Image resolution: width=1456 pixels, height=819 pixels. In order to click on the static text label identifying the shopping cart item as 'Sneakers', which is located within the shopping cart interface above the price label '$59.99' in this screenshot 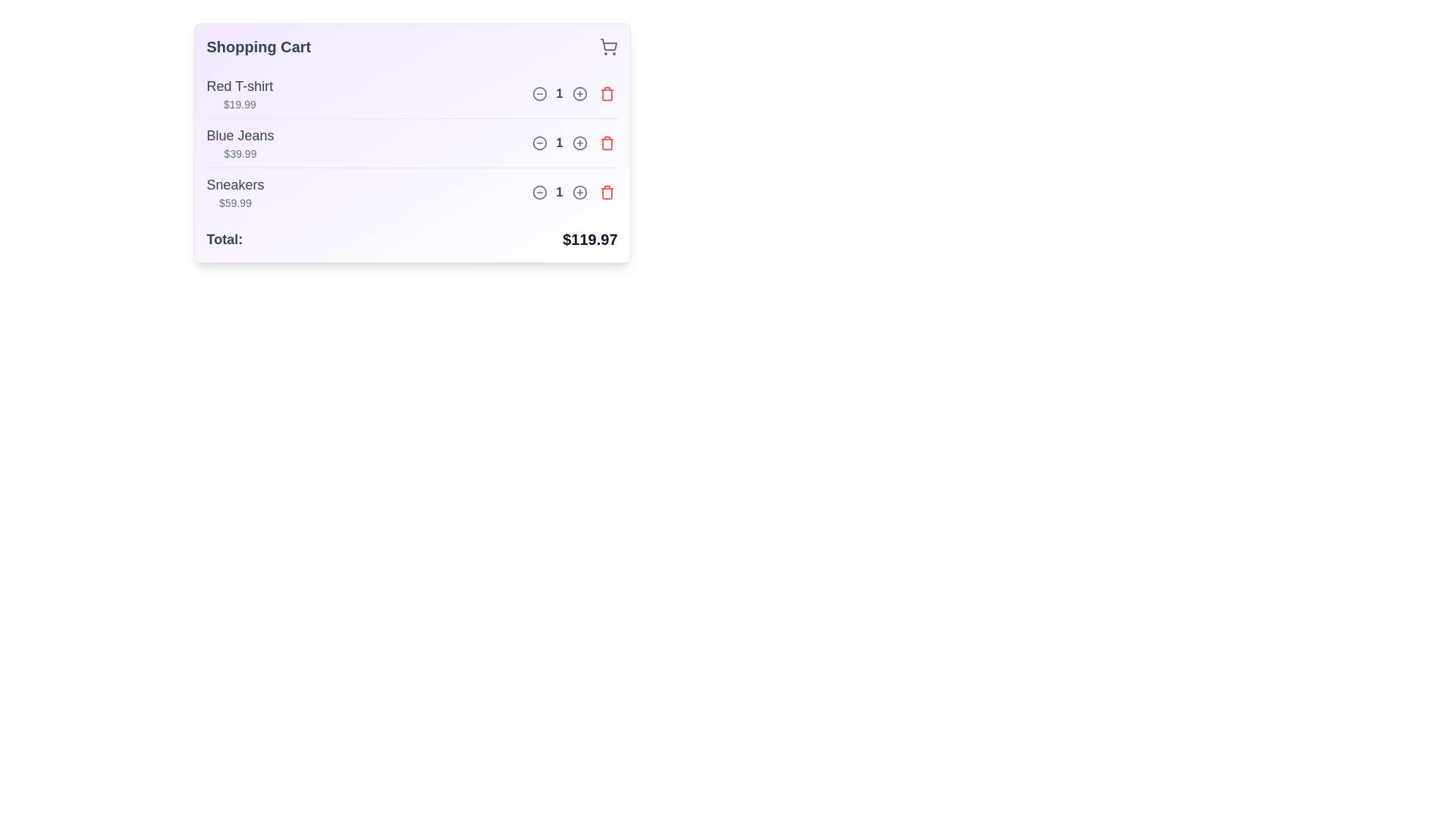, I will do `click(234, 184)`.